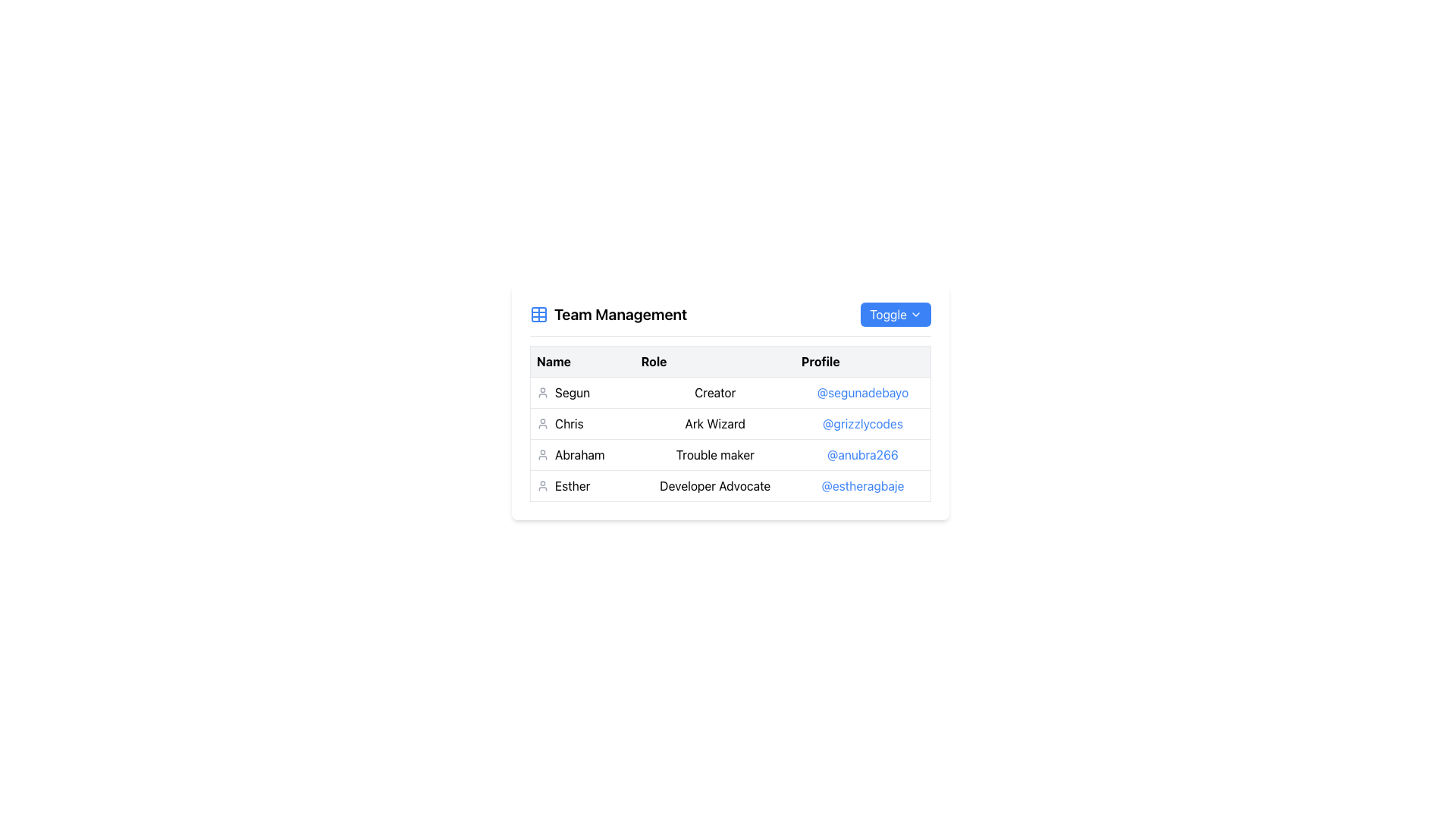 The image size is (1456, 819). I want to click on text from the 'Developer Advocate' label located in the Role column of the table, which is positioned immediately to the right of 'Esther', so click(714, 485).